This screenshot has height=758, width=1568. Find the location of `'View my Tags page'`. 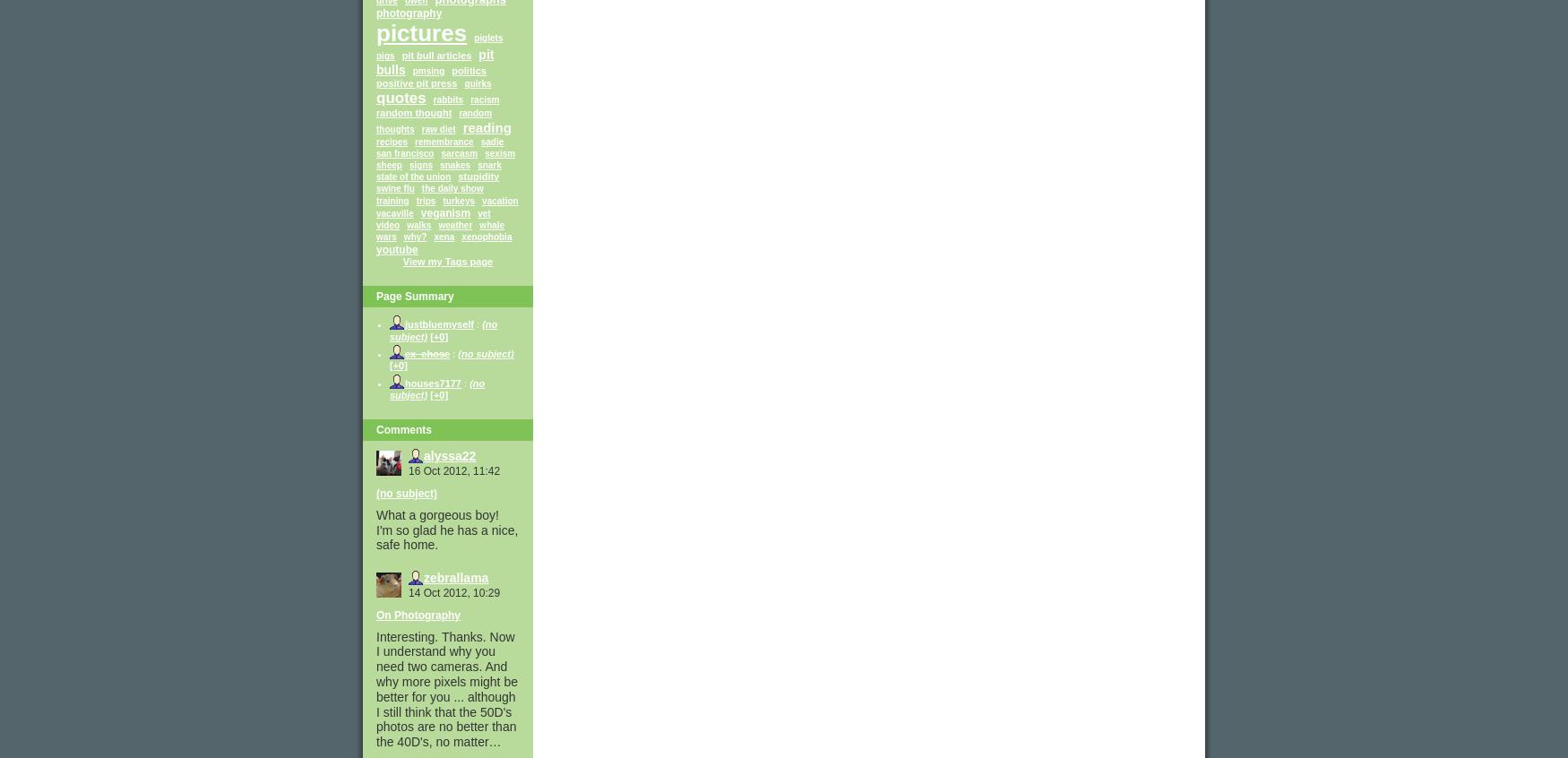

'View my Tags page' is located at coordinates (447, 260).